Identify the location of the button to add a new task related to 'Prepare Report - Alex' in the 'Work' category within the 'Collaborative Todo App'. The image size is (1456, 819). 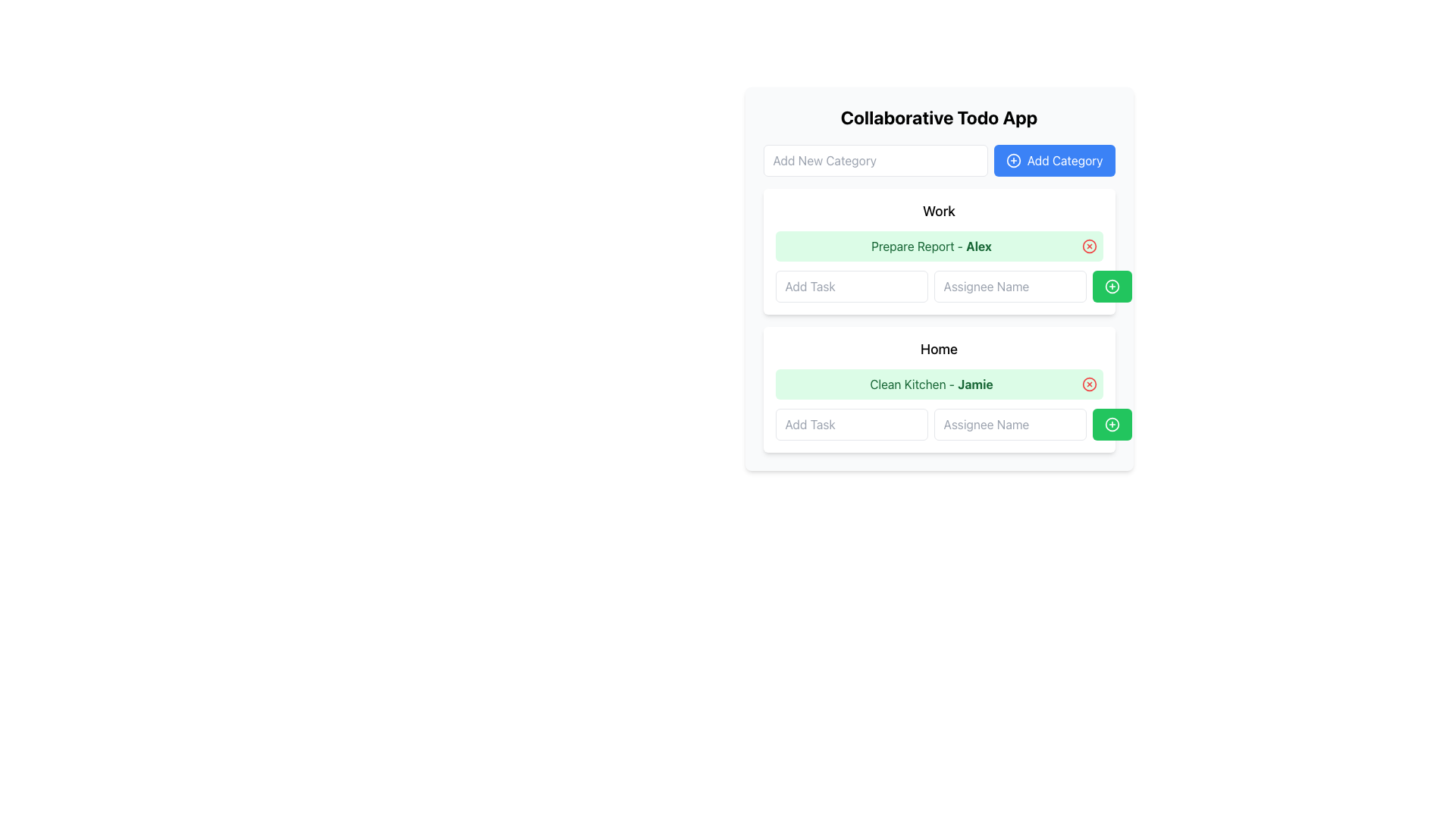
(1112, 287).